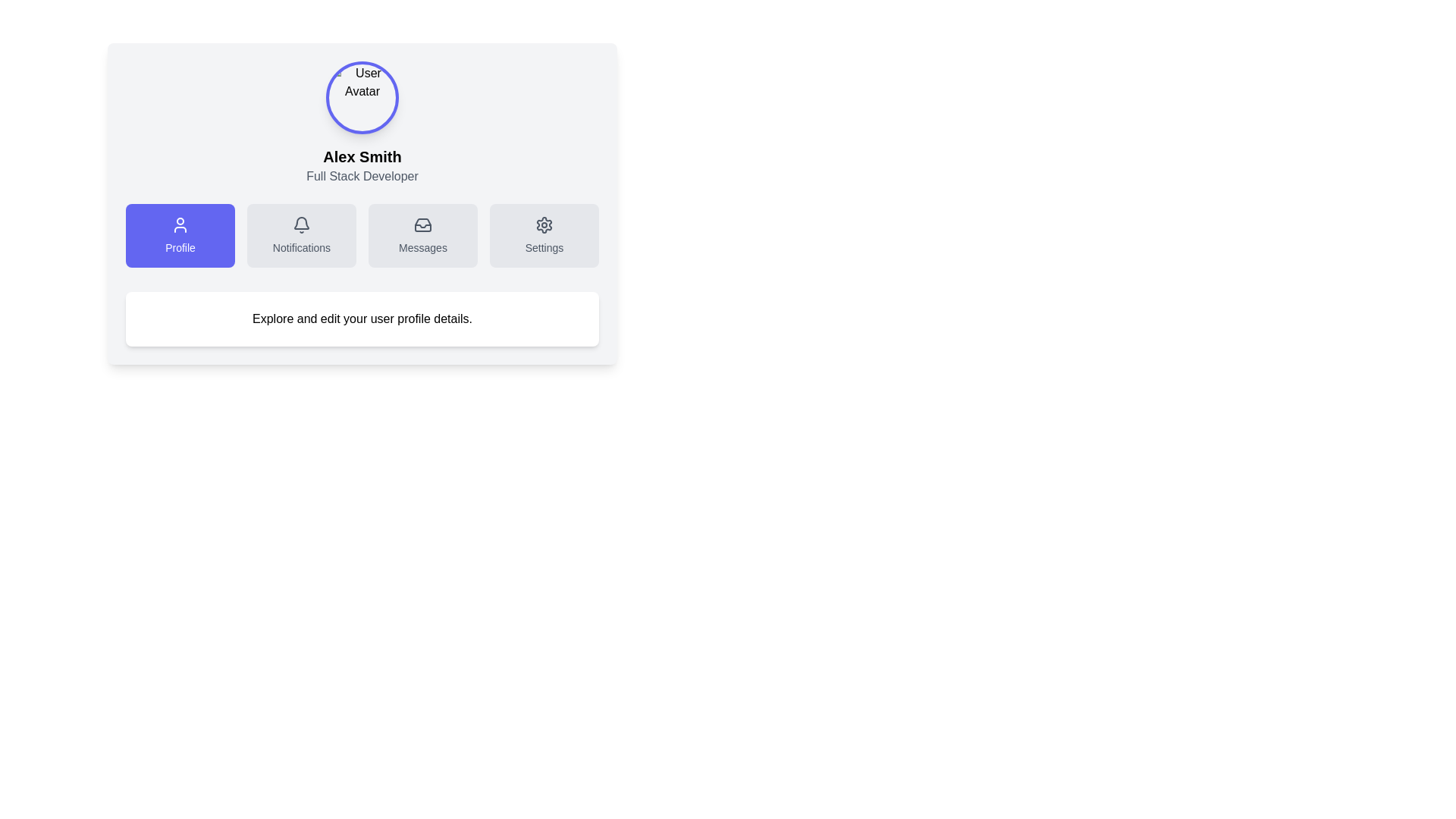 The width and height of the screenshot is (1456, 819). What do you see at coordinates (180, 236) in the screenshot?
I see `the appearance change of the Profile button, which is a rectangular button with rounded corners and a blue background, located in the top-left position of its group` at bounding box center [180, 236].